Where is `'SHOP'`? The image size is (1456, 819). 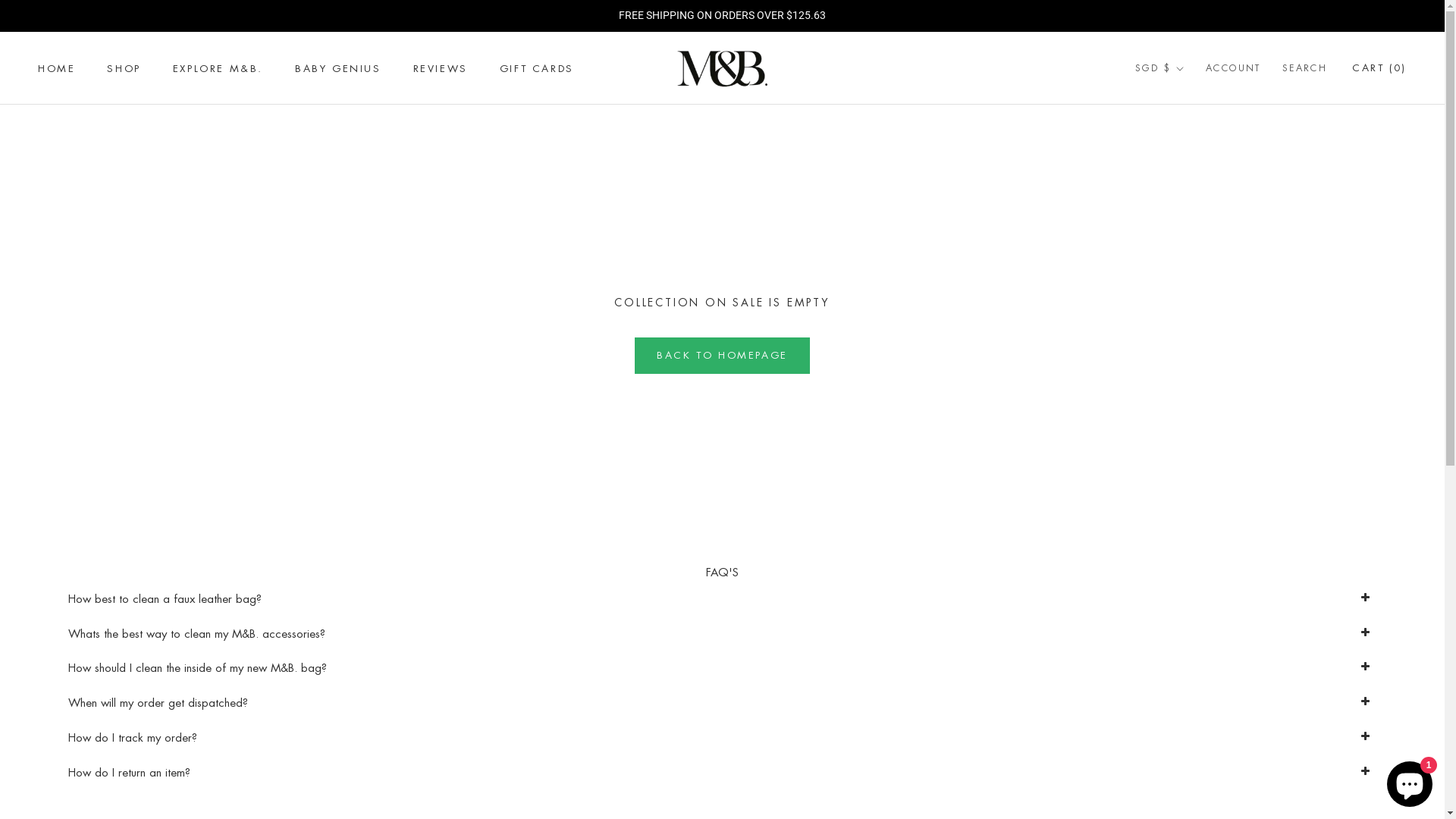
'SHOP' is located at coordinates (124, 68).